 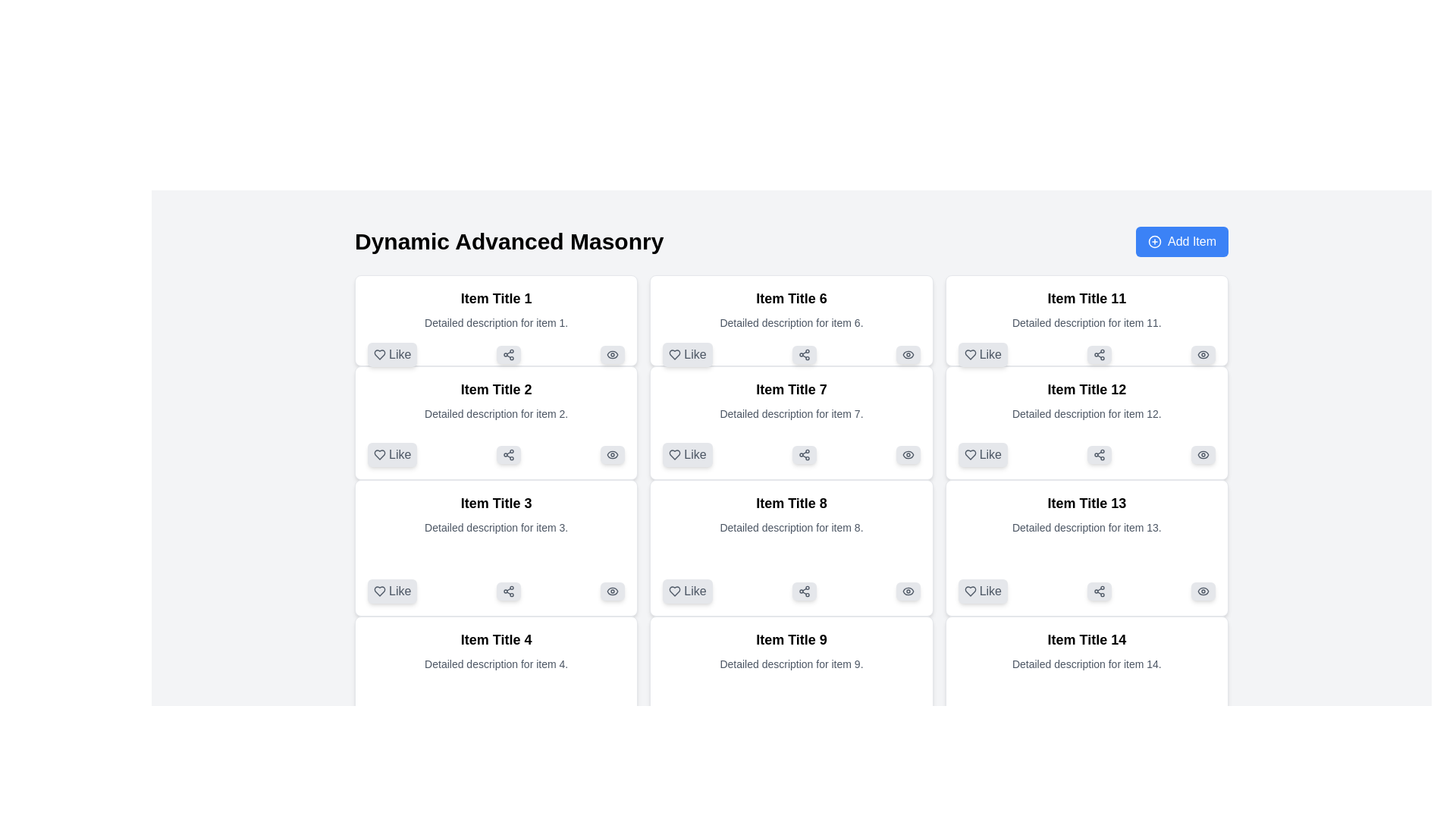 I want to click on the interactive like button located at the leftmost position on the horizontal line of the 'Item Title 6' card, so click(x=790, y=354).